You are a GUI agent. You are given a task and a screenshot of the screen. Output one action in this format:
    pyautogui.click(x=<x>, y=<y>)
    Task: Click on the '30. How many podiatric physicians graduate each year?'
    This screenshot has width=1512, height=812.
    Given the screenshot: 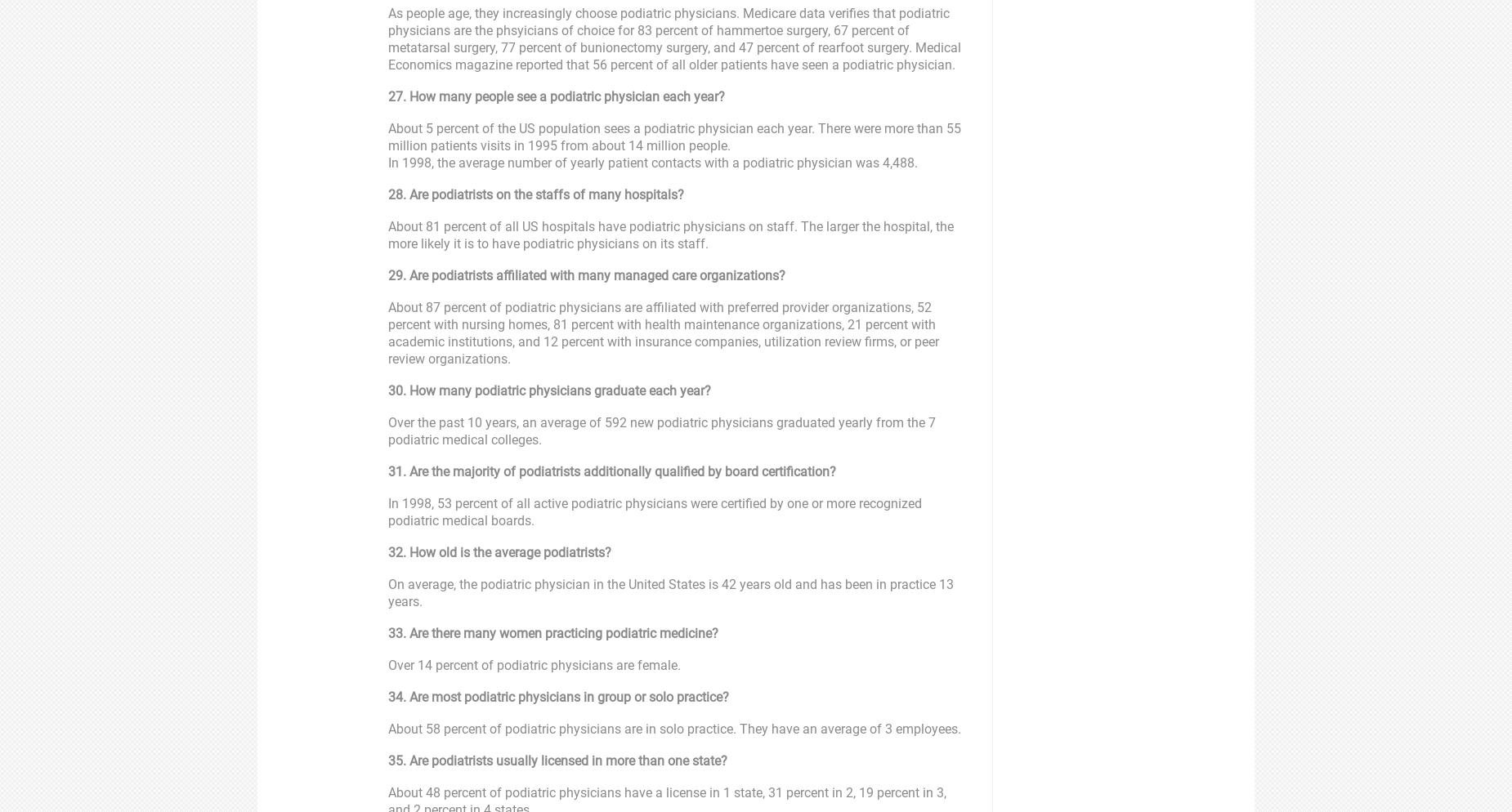 What is the action you would take?
    pyautogui.click(x=549, y=390)
    